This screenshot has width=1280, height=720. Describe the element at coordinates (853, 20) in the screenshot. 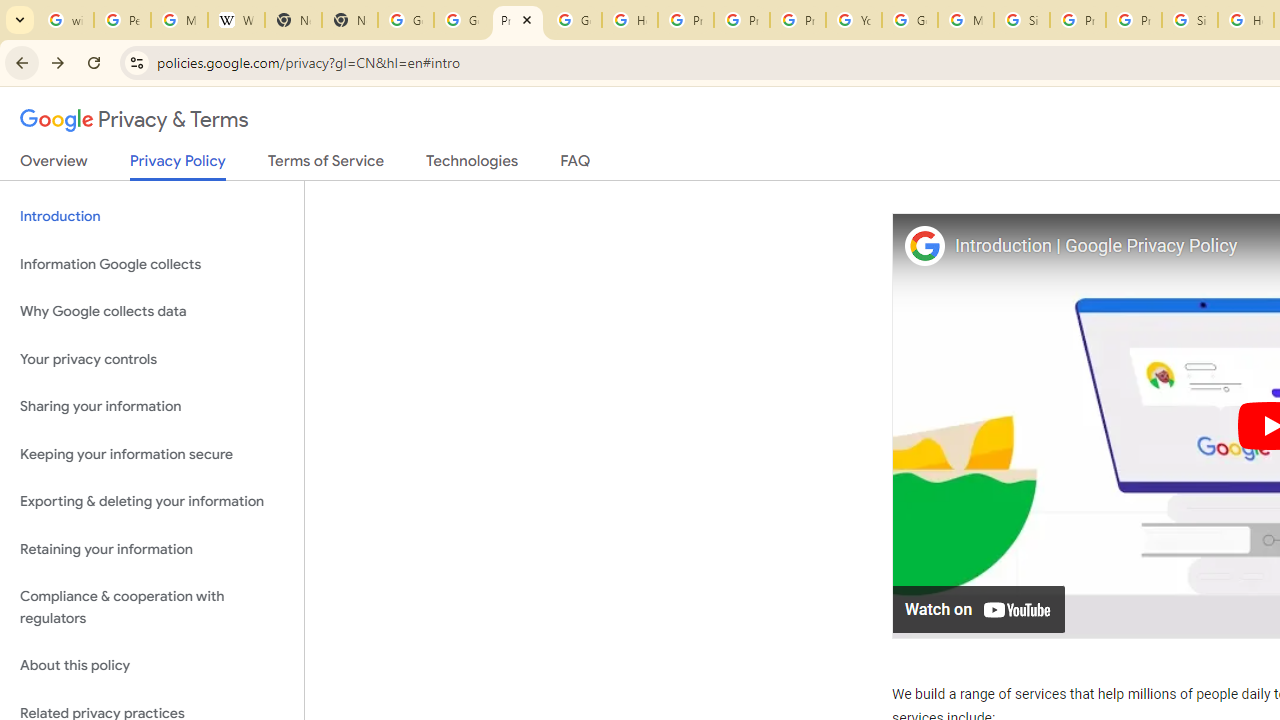

I see `'YouTube'` at that location.